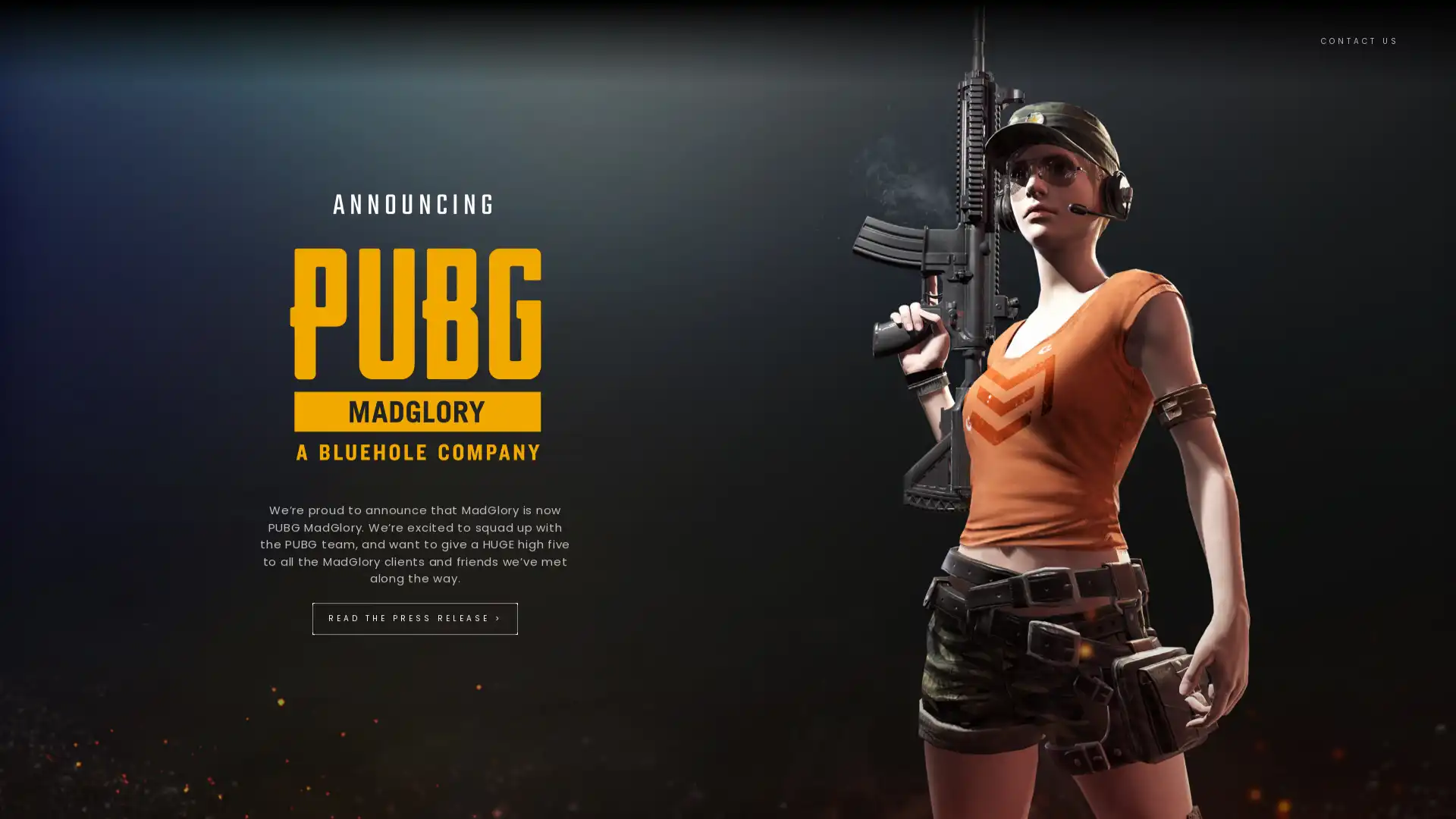  What do you see at coordinates (1369, 40) in the screenshot?
I see `CONTACT US` at bounding box center [1369, 40].